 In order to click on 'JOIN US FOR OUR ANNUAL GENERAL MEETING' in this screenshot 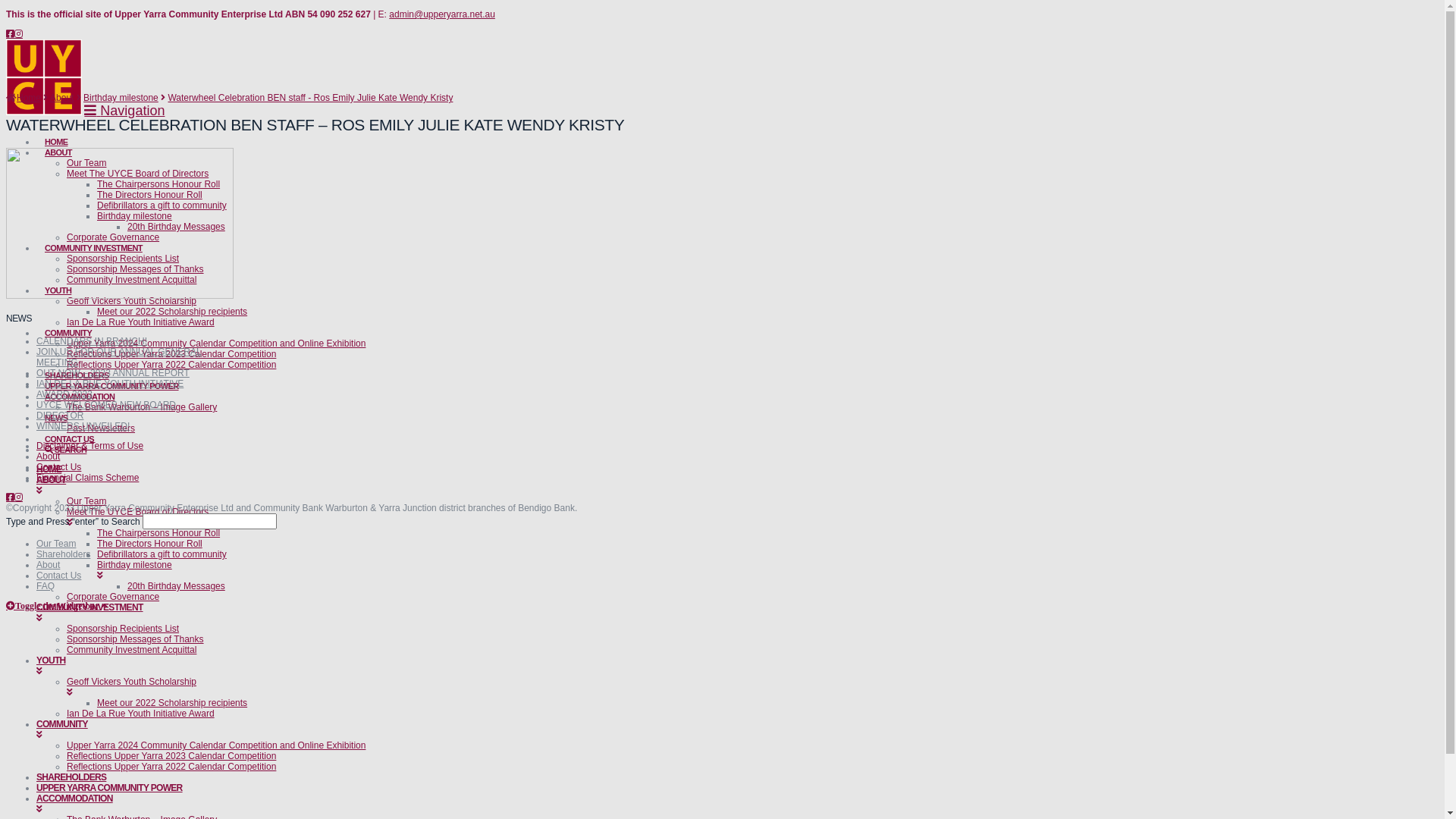, I will do `click(118, 356)`.